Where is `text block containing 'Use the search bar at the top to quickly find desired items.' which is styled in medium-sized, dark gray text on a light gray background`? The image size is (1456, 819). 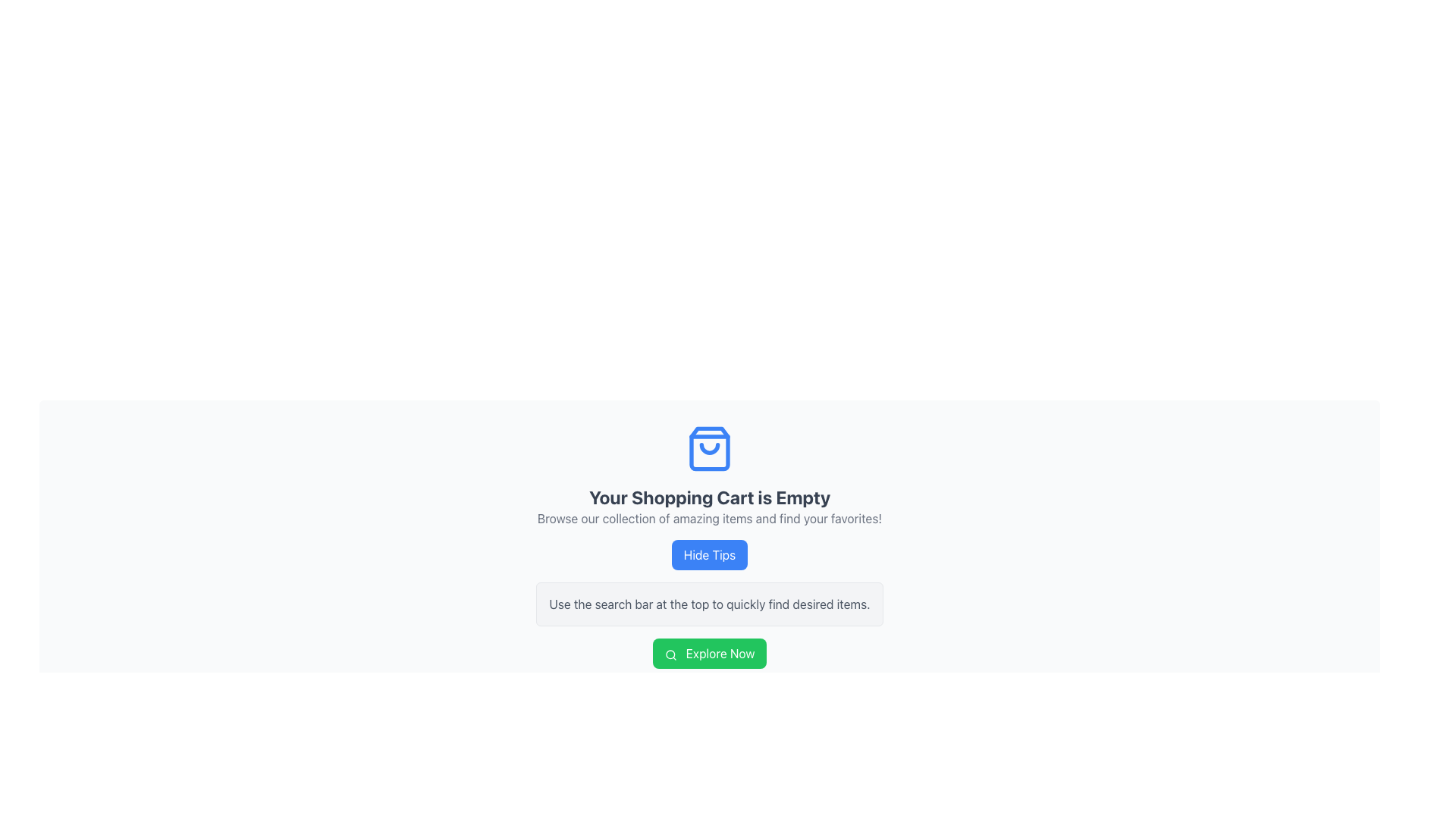 text block containing 'Use the search bar at the top to quickly find desired items.' which is styled in medium-sized, dark gray text on a light gray background is located at coordinates (709, 604).